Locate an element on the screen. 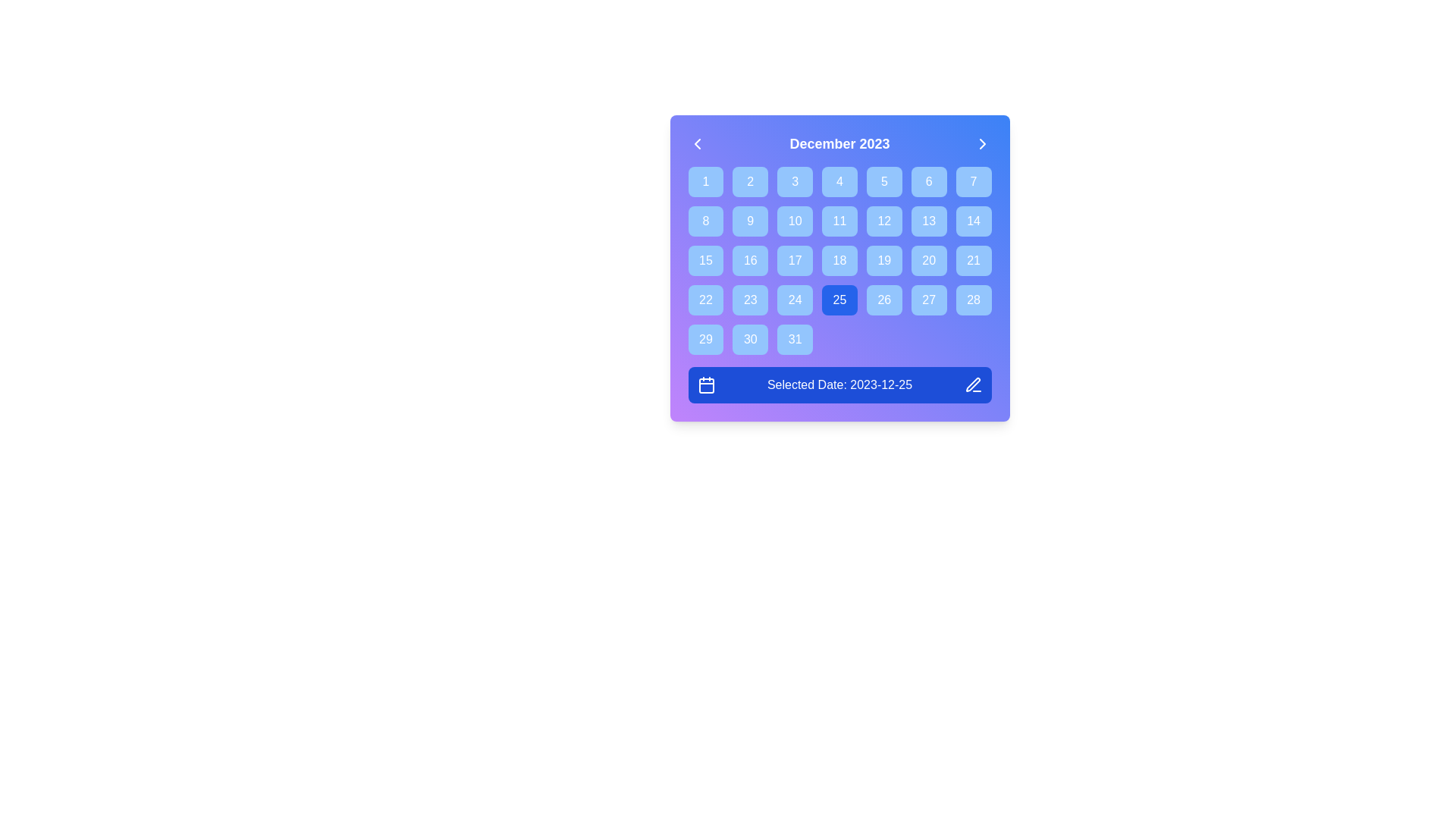 The width and height of the screenshot is (1456, 819). the calendar icon, which is the first graphical object in the bottom row of the date picker interface is located at coordinates (705, 384).